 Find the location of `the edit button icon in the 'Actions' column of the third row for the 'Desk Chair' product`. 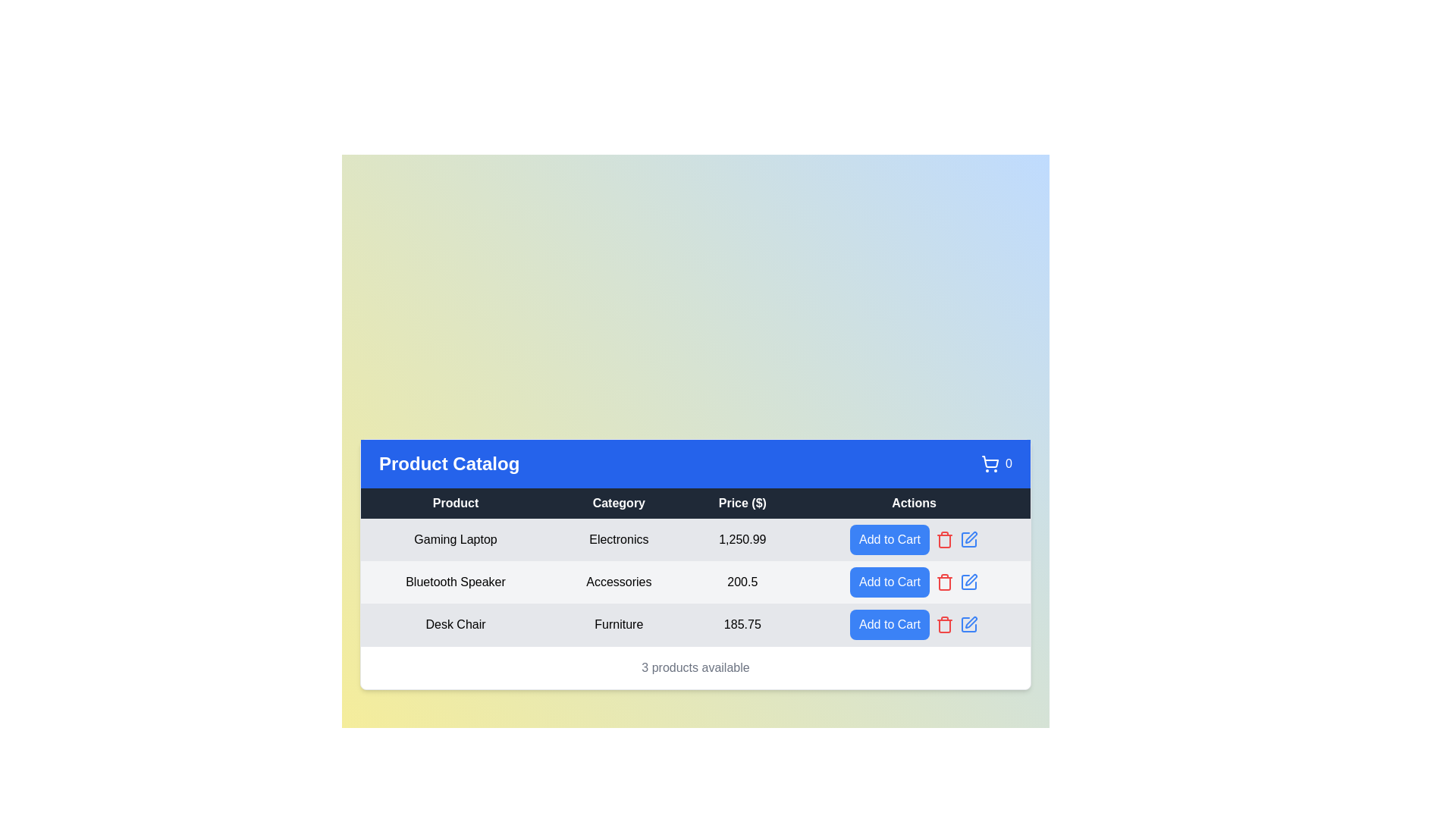

the edit button icon in the 'Actions' column of the third row for the 'Desk Chair' product is located at coordinates (968, 624).